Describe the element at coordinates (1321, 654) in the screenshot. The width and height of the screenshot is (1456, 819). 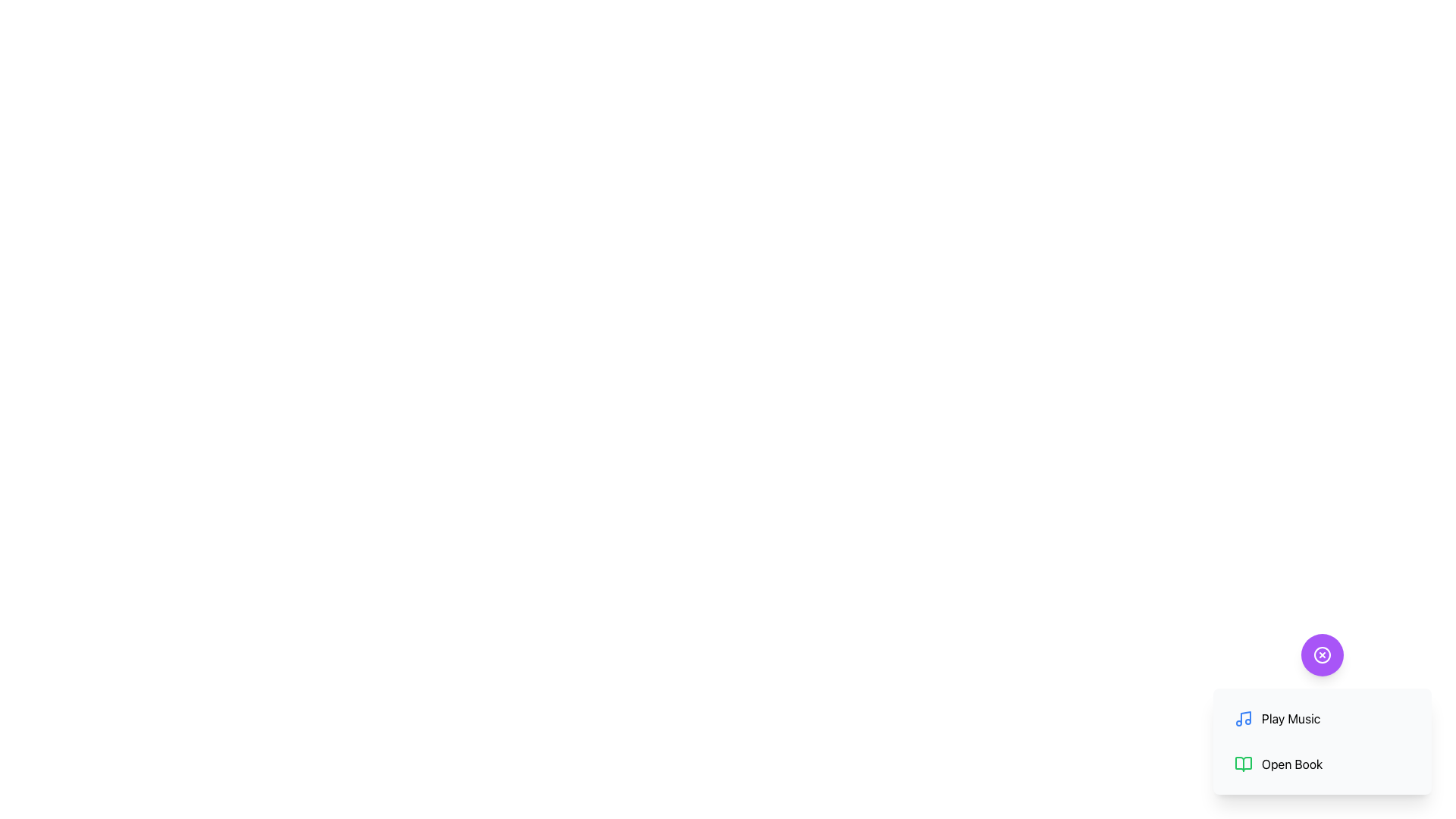
I see `the rounded purple button with a circular icon and cross design to observe the hover effects` at that location.